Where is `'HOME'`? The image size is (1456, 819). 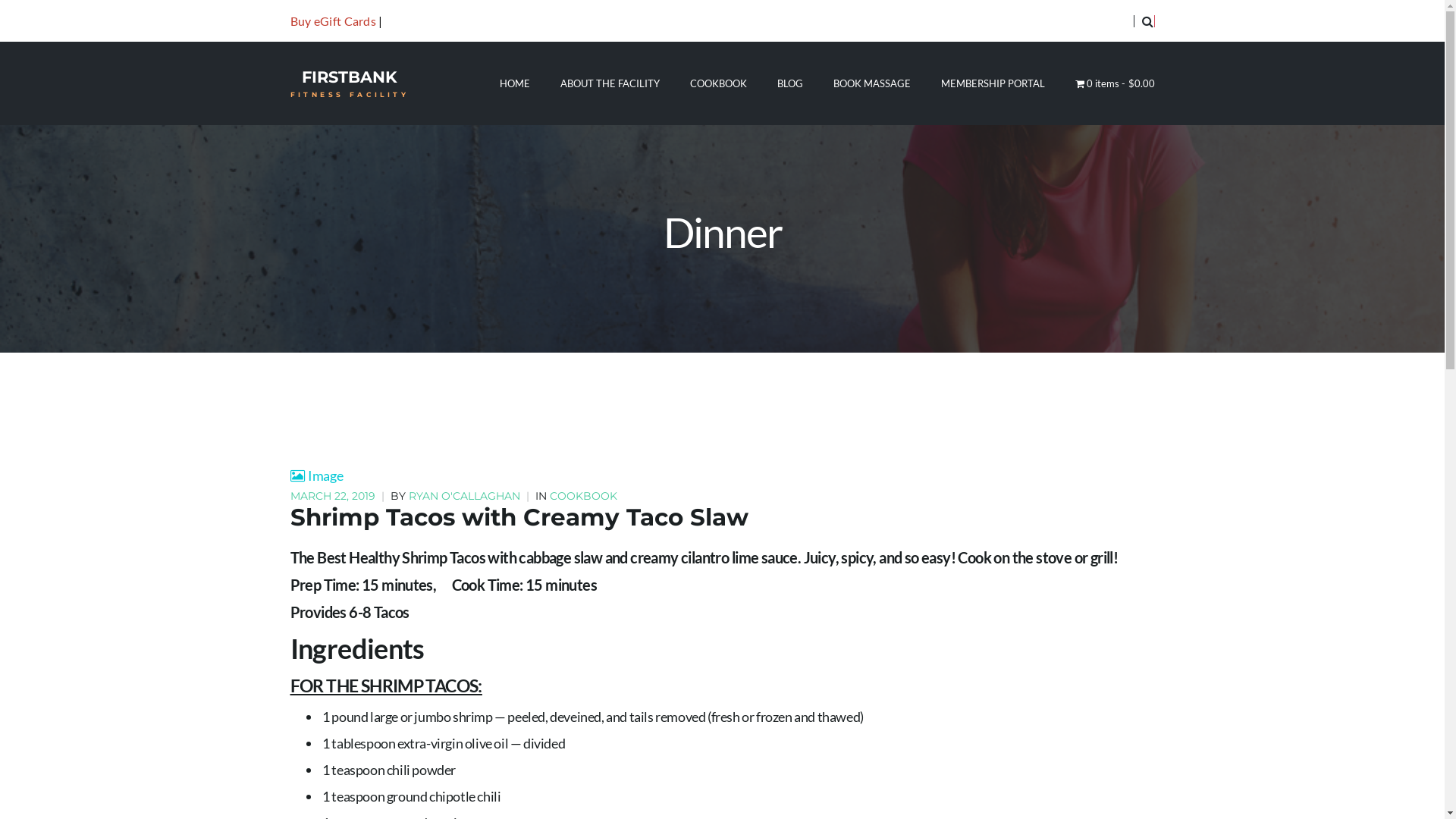 'HOME' is located at coordinates (514, 83).